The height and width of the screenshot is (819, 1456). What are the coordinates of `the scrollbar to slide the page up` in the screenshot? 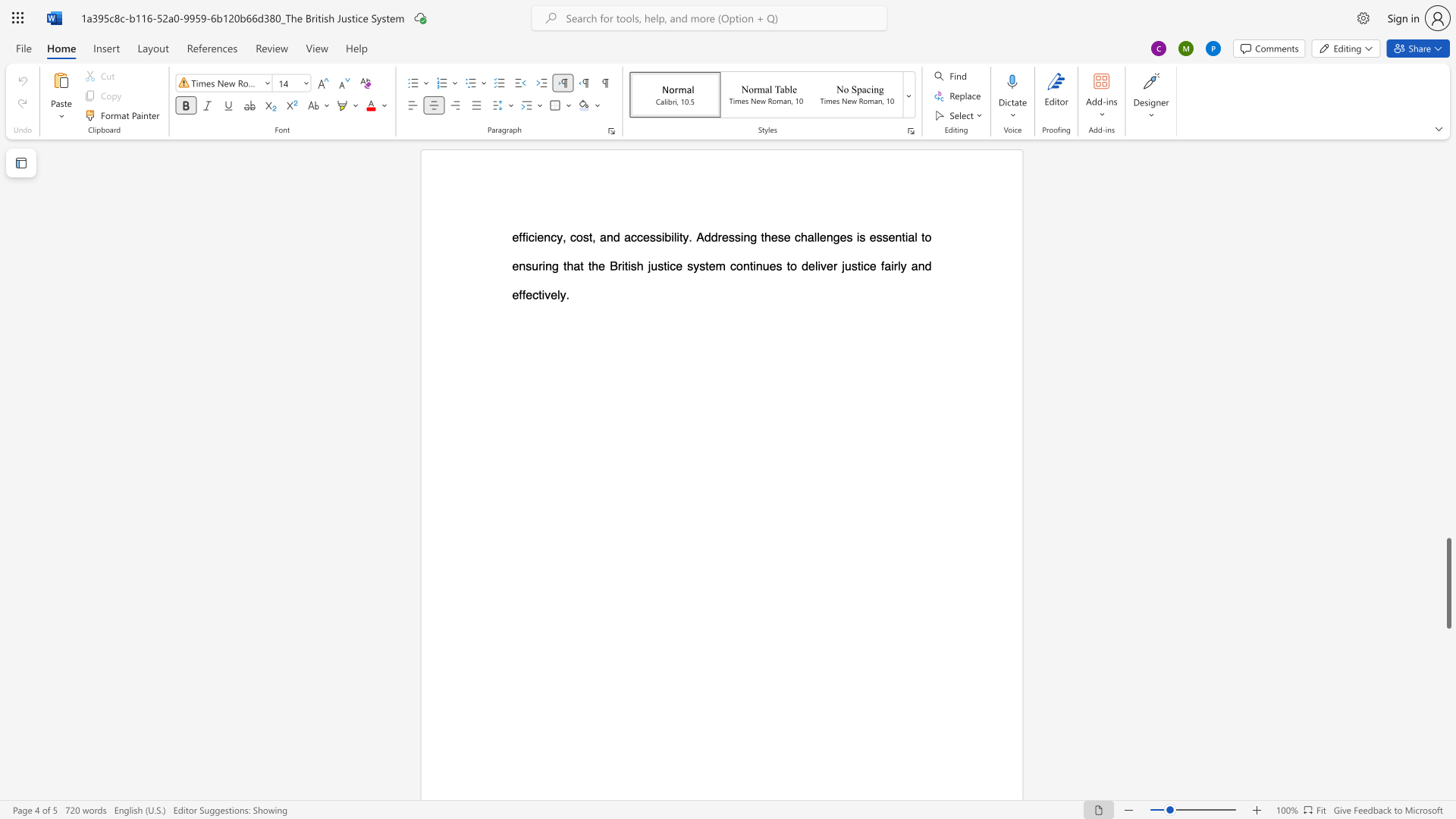 It's located at (1448, 318).